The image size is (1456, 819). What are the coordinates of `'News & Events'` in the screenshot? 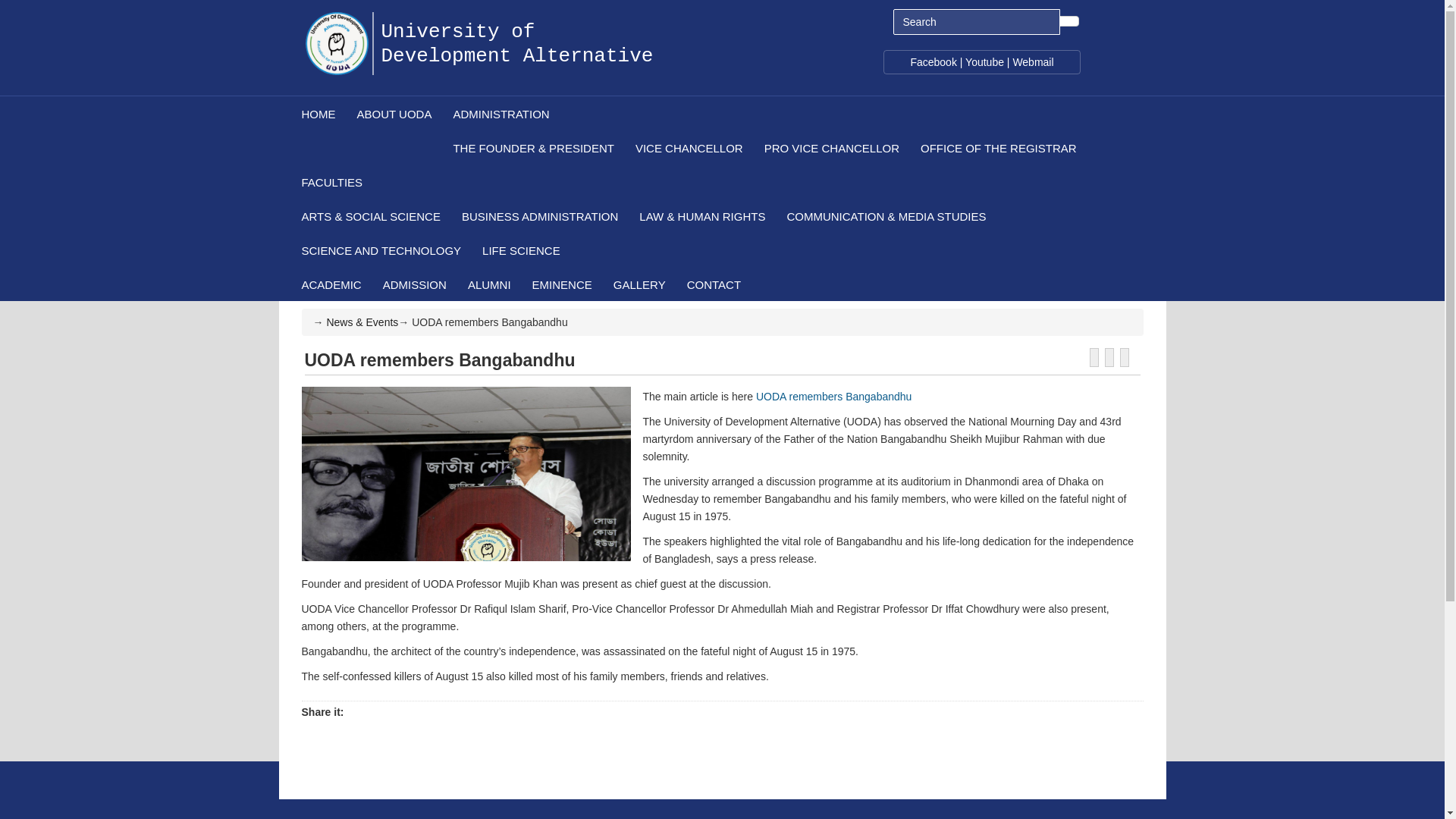 It's located at (361, 321).